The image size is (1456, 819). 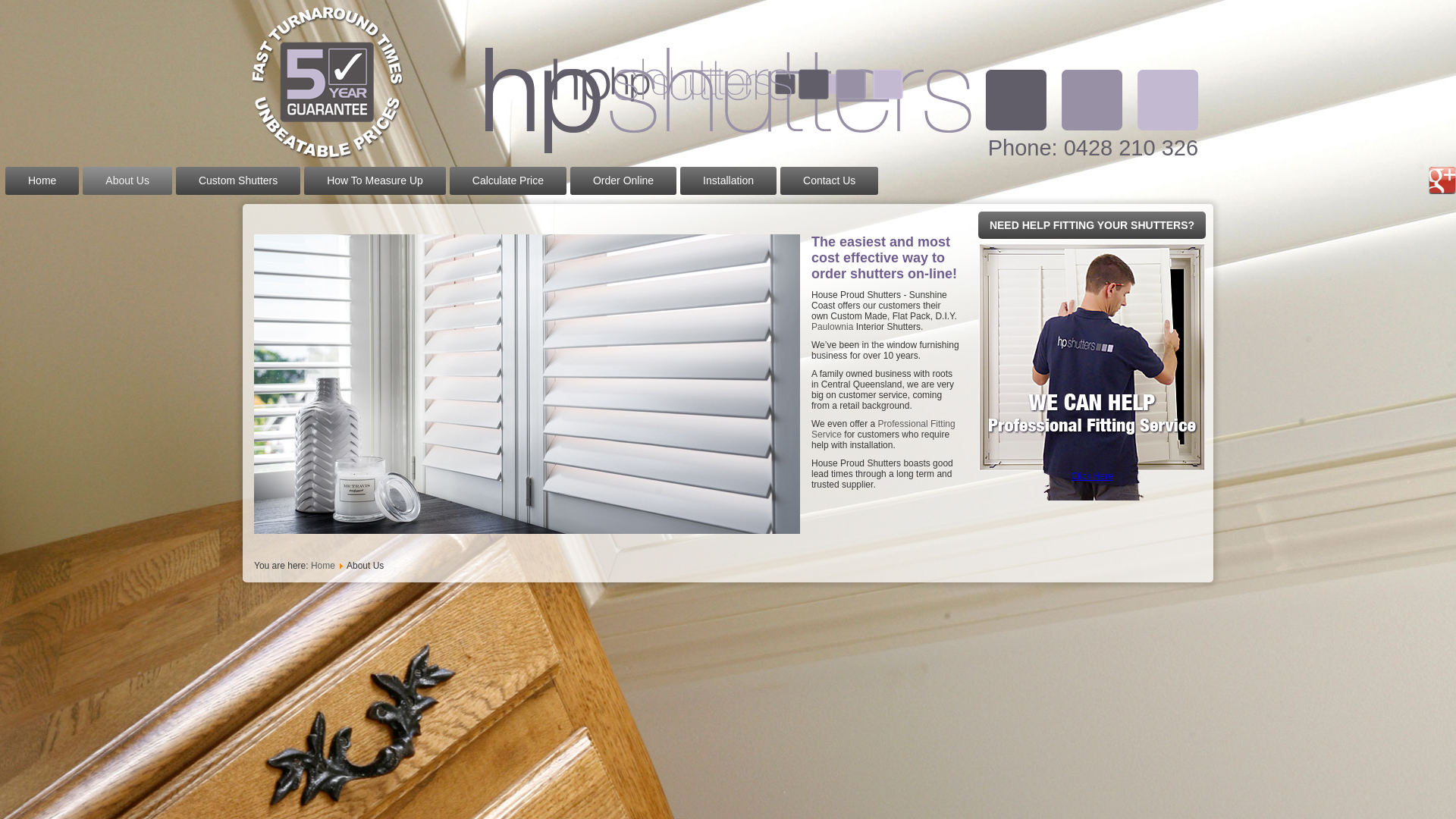 What do you see at coordinates (1090, 475) in the screenshot?
I see `'Click Here'` at bounding box center [1090, 475].